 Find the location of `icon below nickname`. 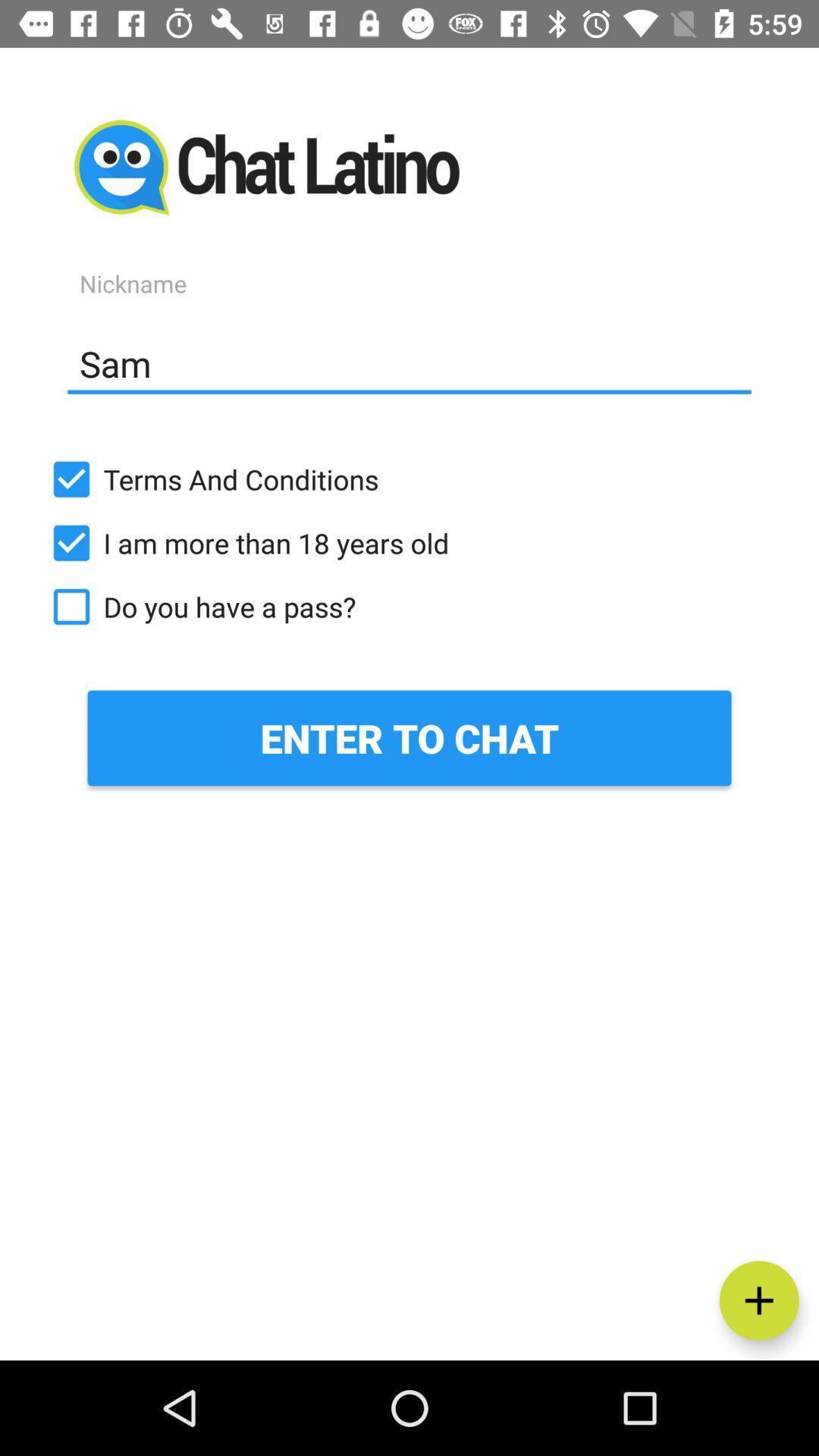

icon below nickname is located at coordinates (409, 362).